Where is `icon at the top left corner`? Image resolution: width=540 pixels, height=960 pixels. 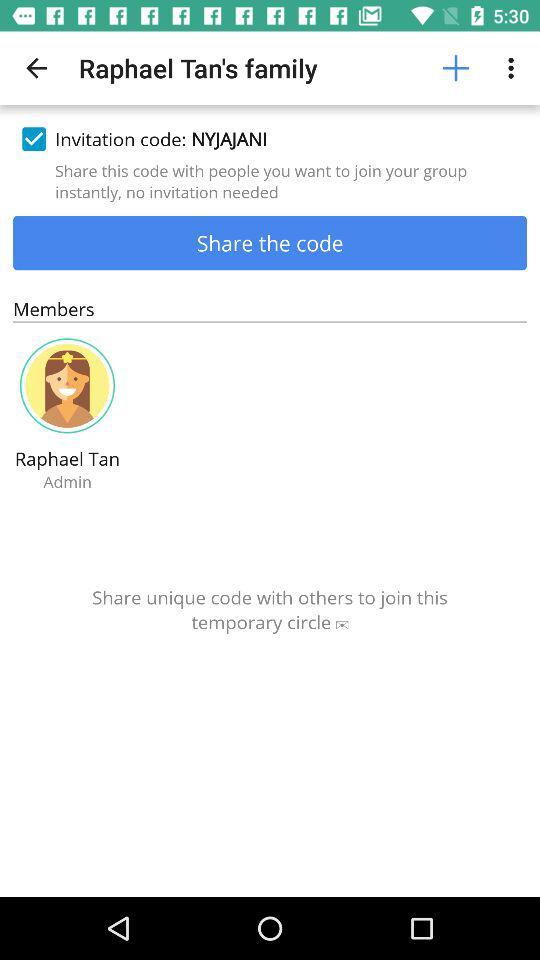
icon at the top left corner is located at coordinates (36, 68).